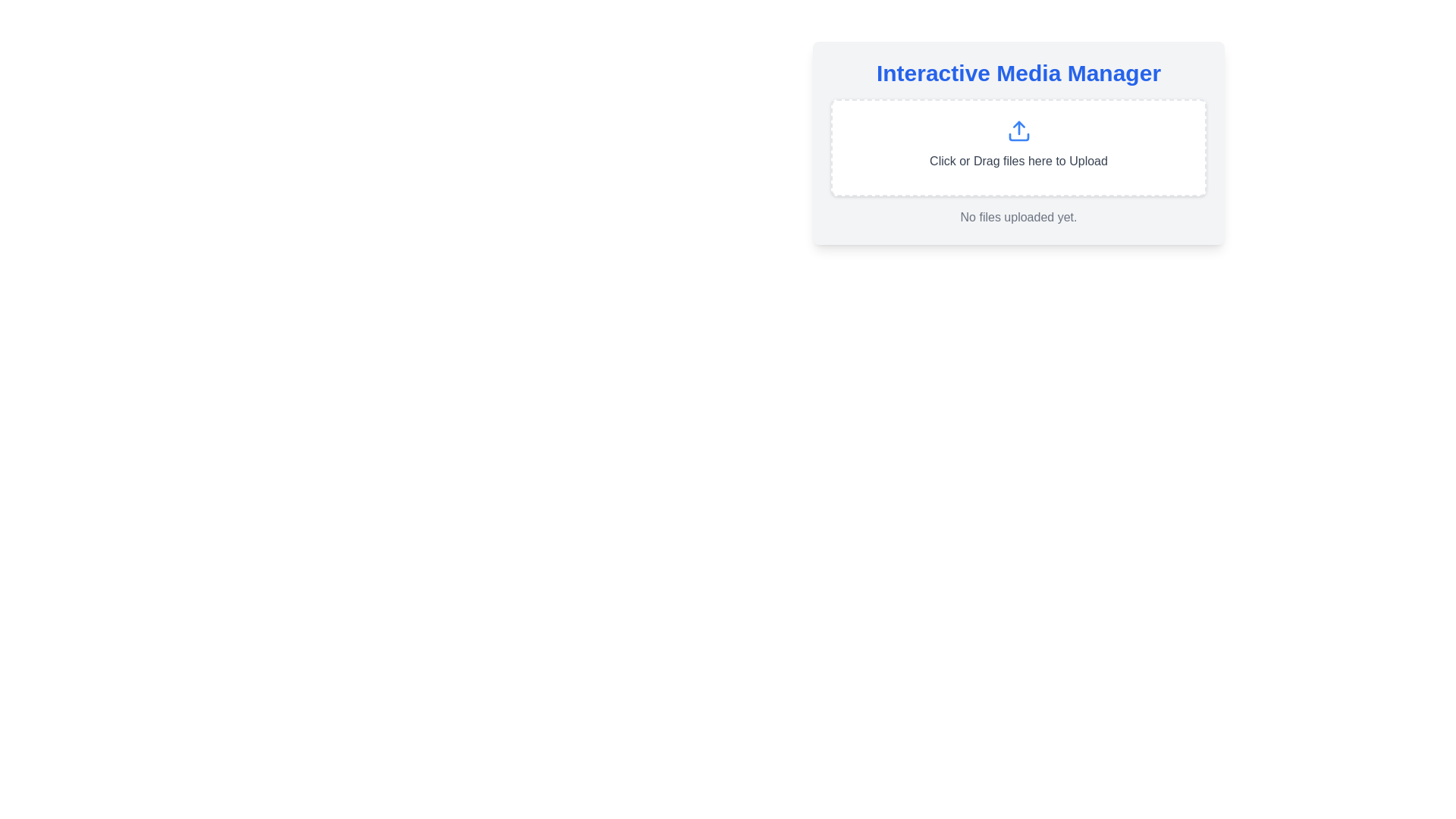 This screenshot has width=1456, height=819. I want to click on the decorative upload icon located at the center of the 'Interactive Media Manager' upload section, contributing to the recognizable upload functionality, so click(1018, 137).